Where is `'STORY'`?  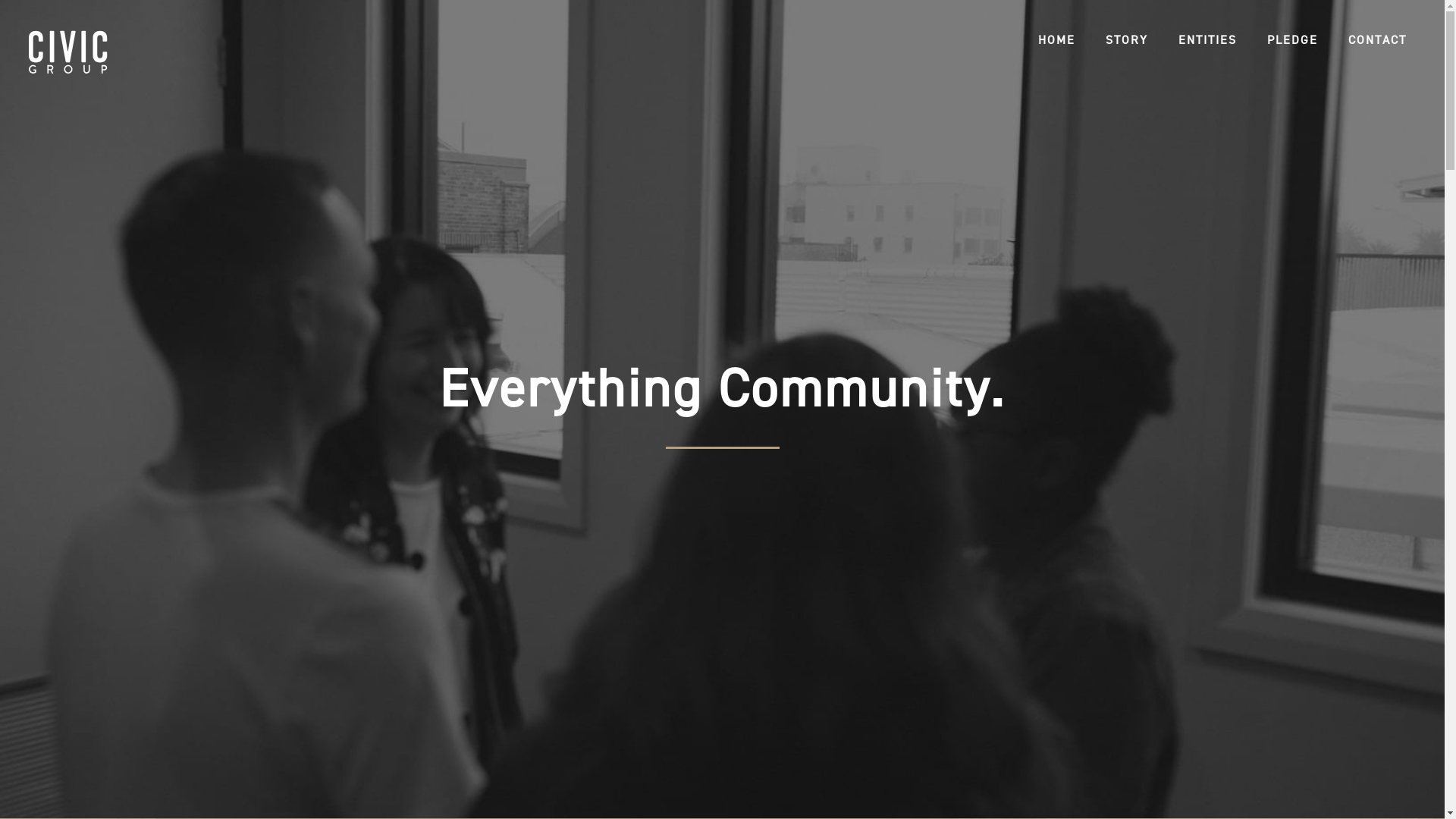
'STORY' is located at coordinates (1127, 39).